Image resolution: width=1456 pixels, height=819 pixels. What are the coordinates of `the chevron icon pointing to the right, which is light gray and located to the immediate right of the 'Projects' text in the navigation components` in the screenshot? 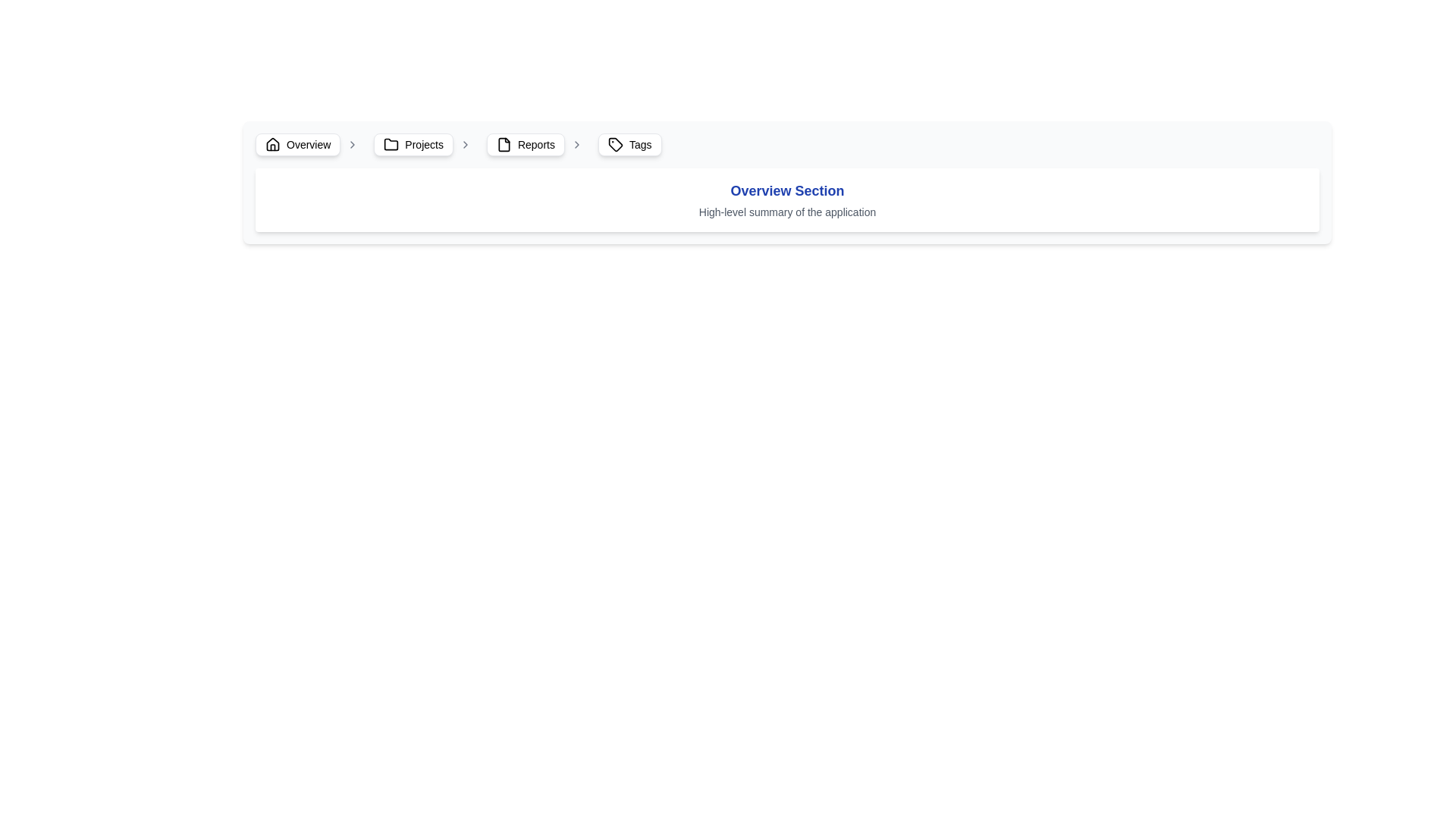 It's located at (465, 145).